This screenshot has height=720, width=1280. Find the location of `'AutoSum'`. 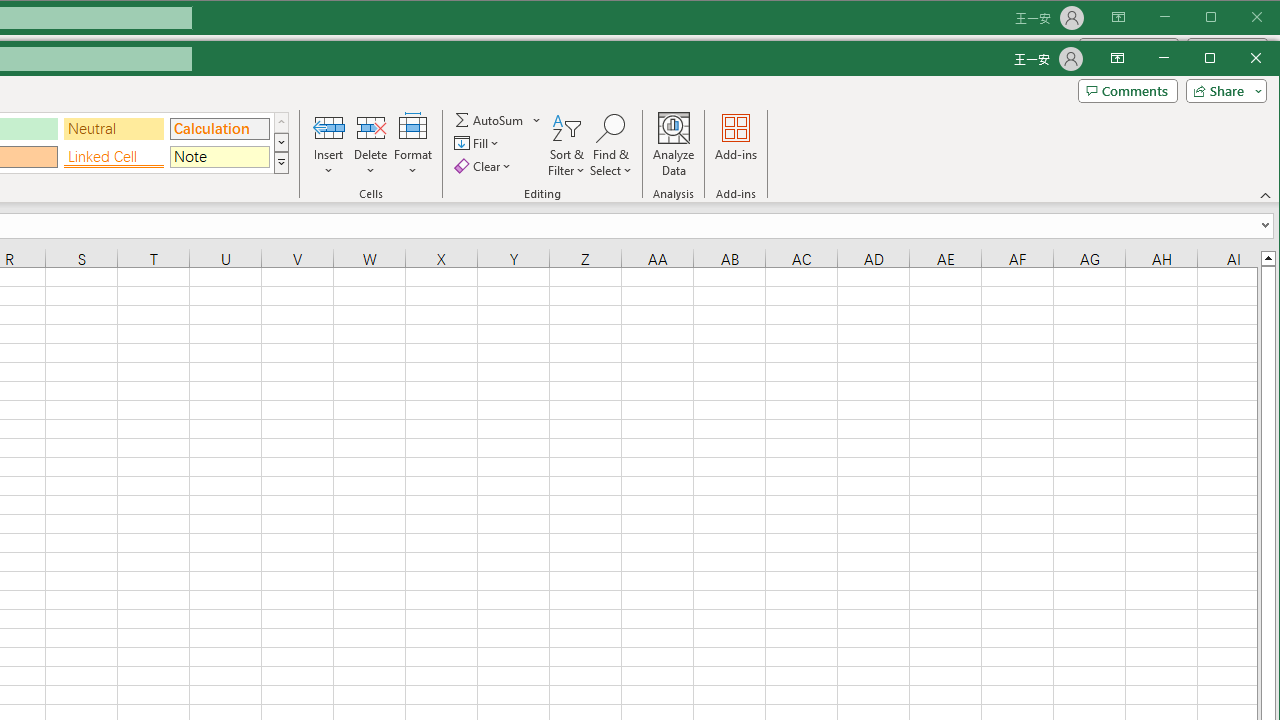

'AutoSum' is located at coordinates (498, 120).